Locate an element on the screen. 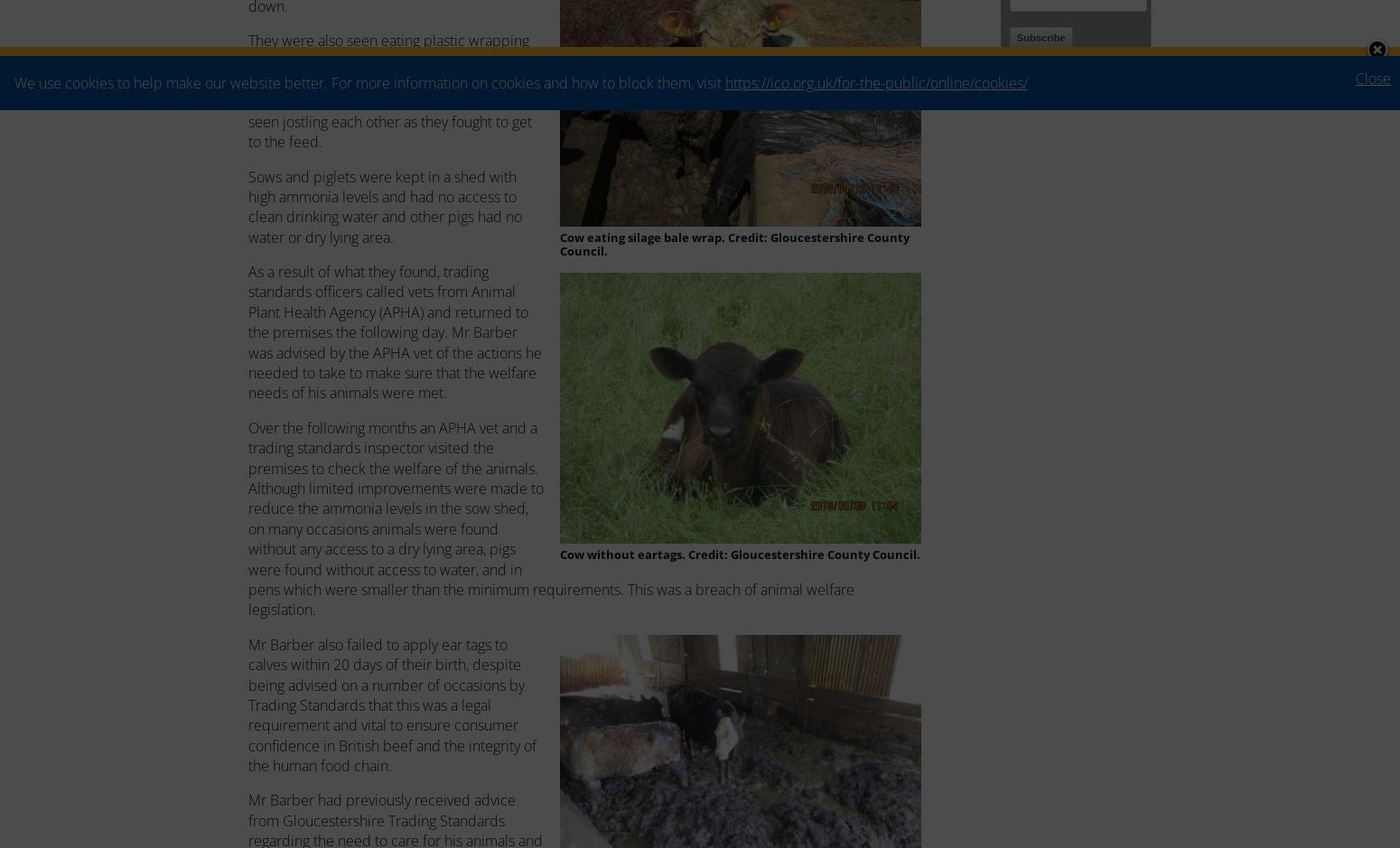 The height and width of the screenshot is (848, 1400). 'Over the following months an APHA vet and a trading standards inspector visited the premises to check the welfare of the animals. Although limited improvements were made to reduce the ammonia levels in the sow shed, on many occasions animals were found without any access to a dry lying area, pigs were found without access to water, and in pens which were smaller than the minimum requirements. This was a breach of animal welfare legislation.' is located at coordinates (551, 517).